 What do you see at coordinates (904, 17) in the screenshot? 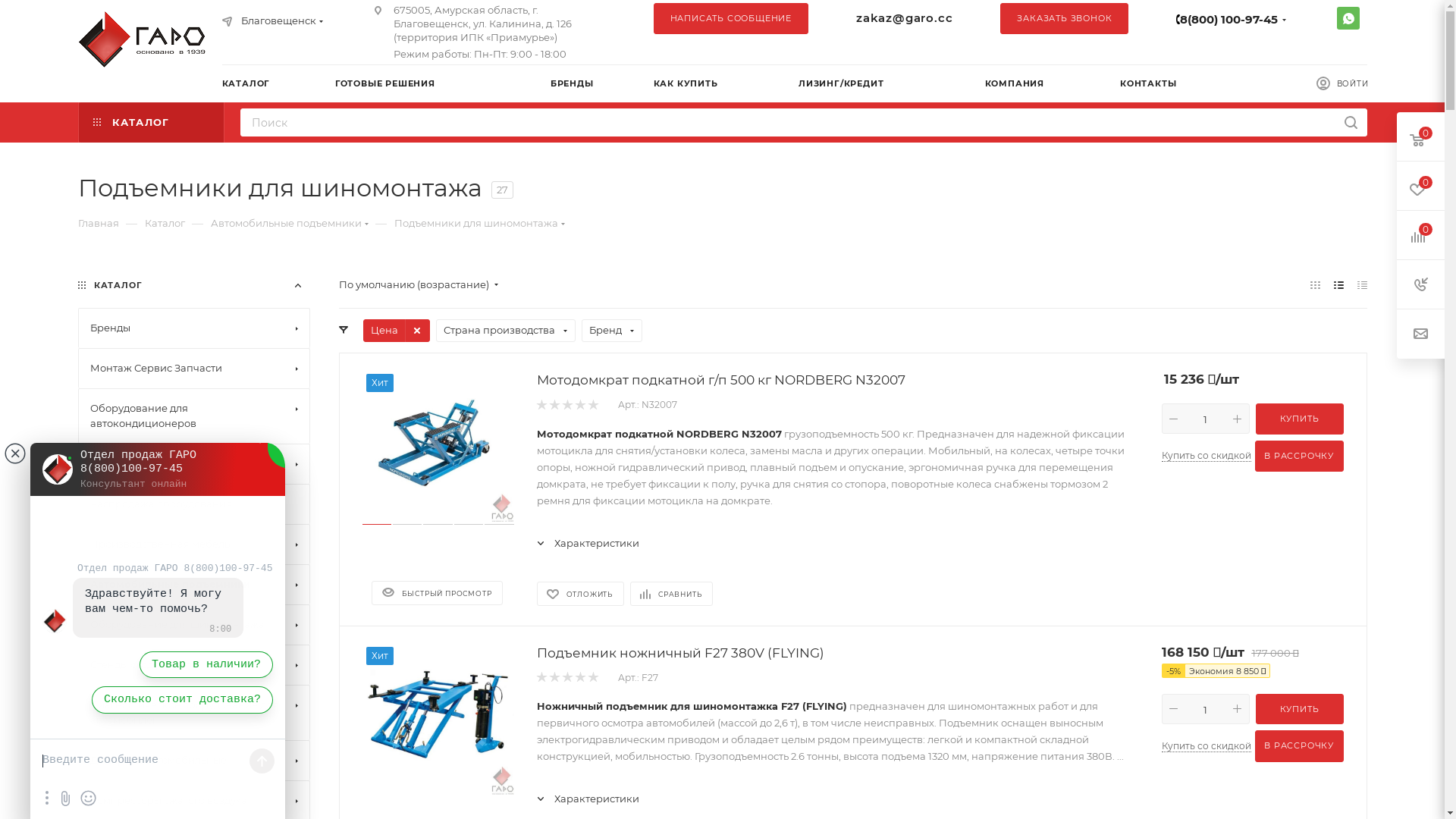
I see `'zakaz@garo.cc'` at bounding box center [904, 17].